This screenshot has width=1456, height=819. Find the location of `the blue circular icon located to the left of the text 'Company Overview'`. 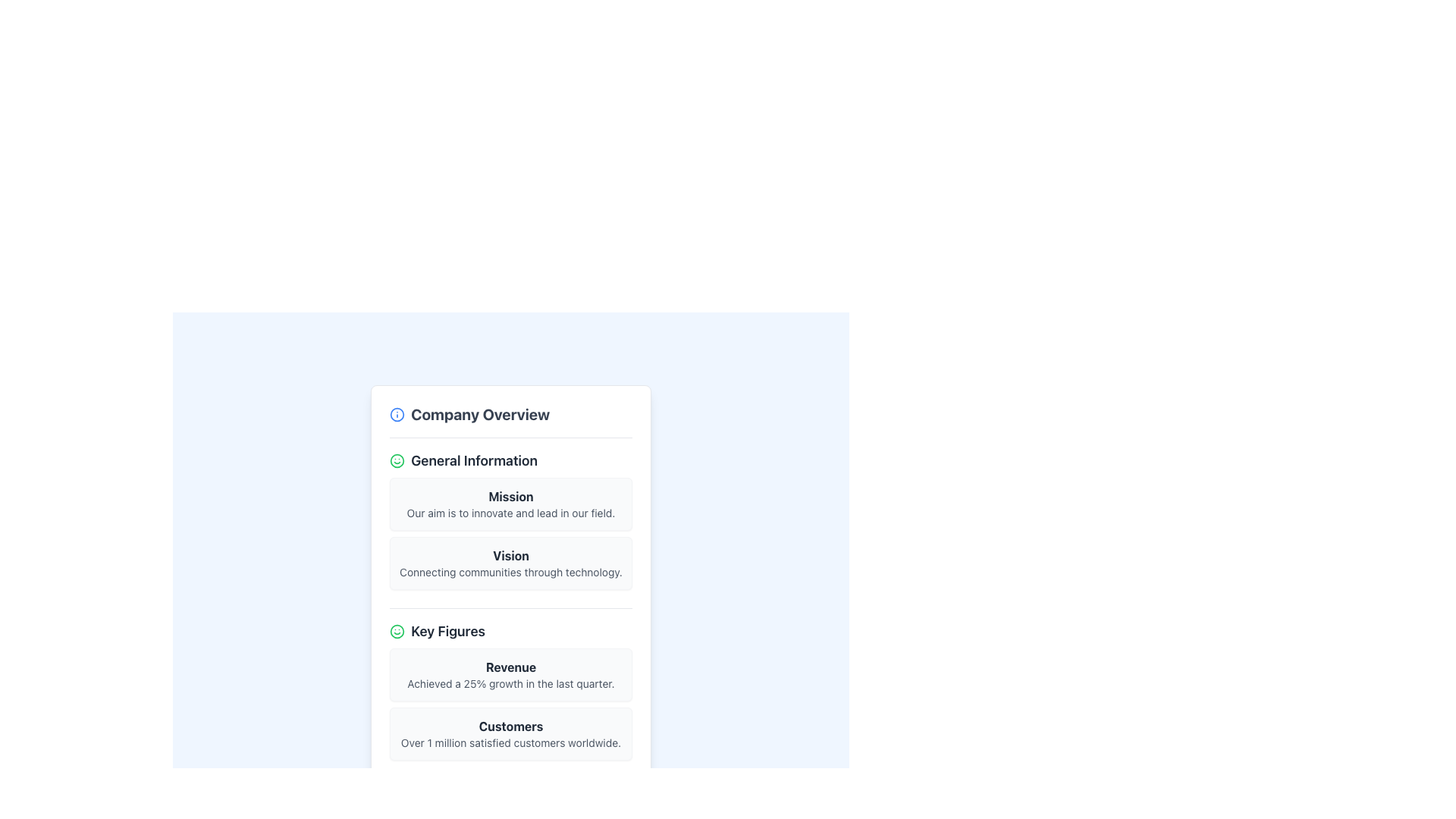

the blue circular icon located to the left of the text 'Company Overview' is located at coordinates (397, 415).